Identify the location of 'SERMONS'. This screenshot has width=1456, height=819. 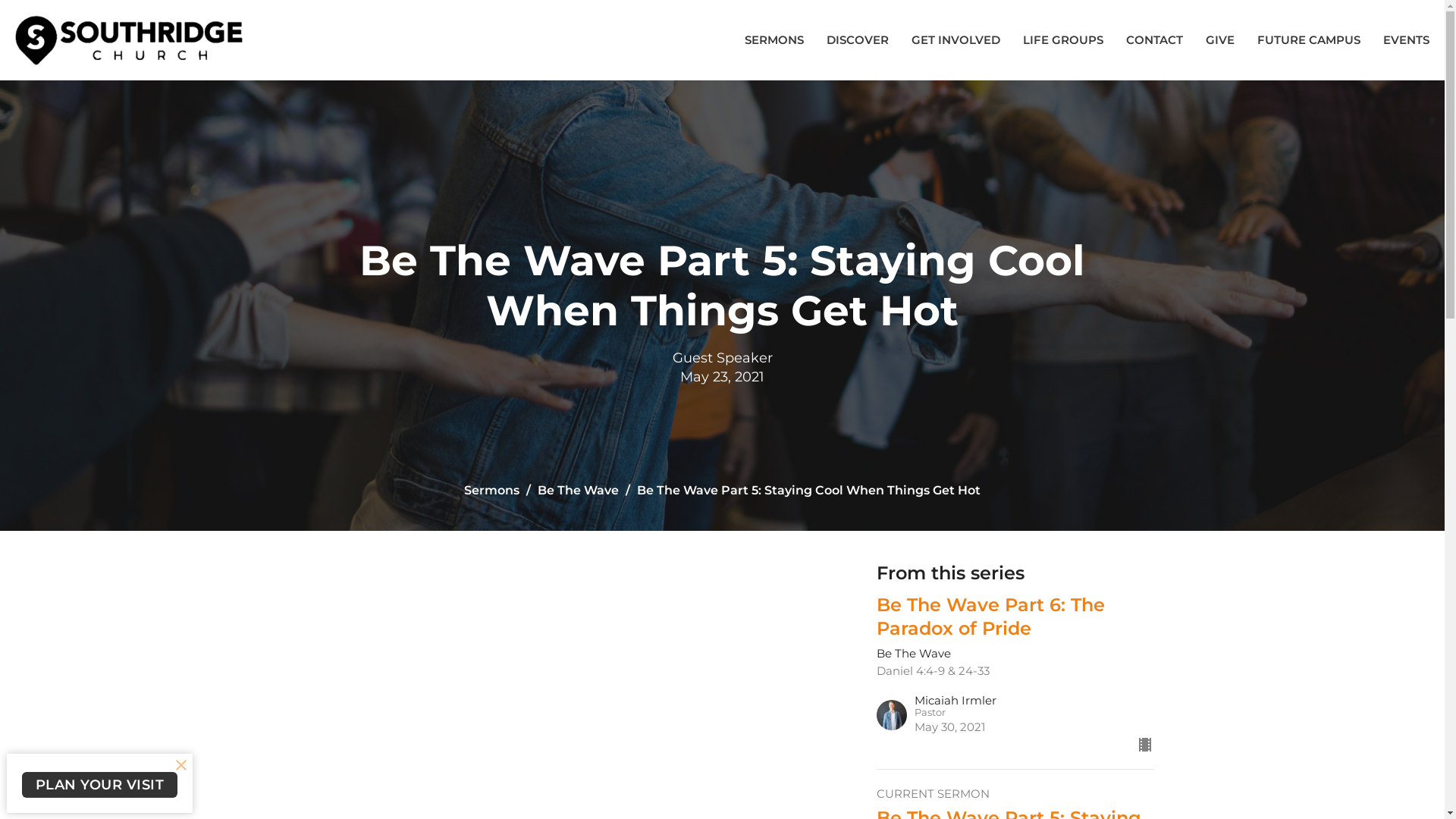
(745, 39).